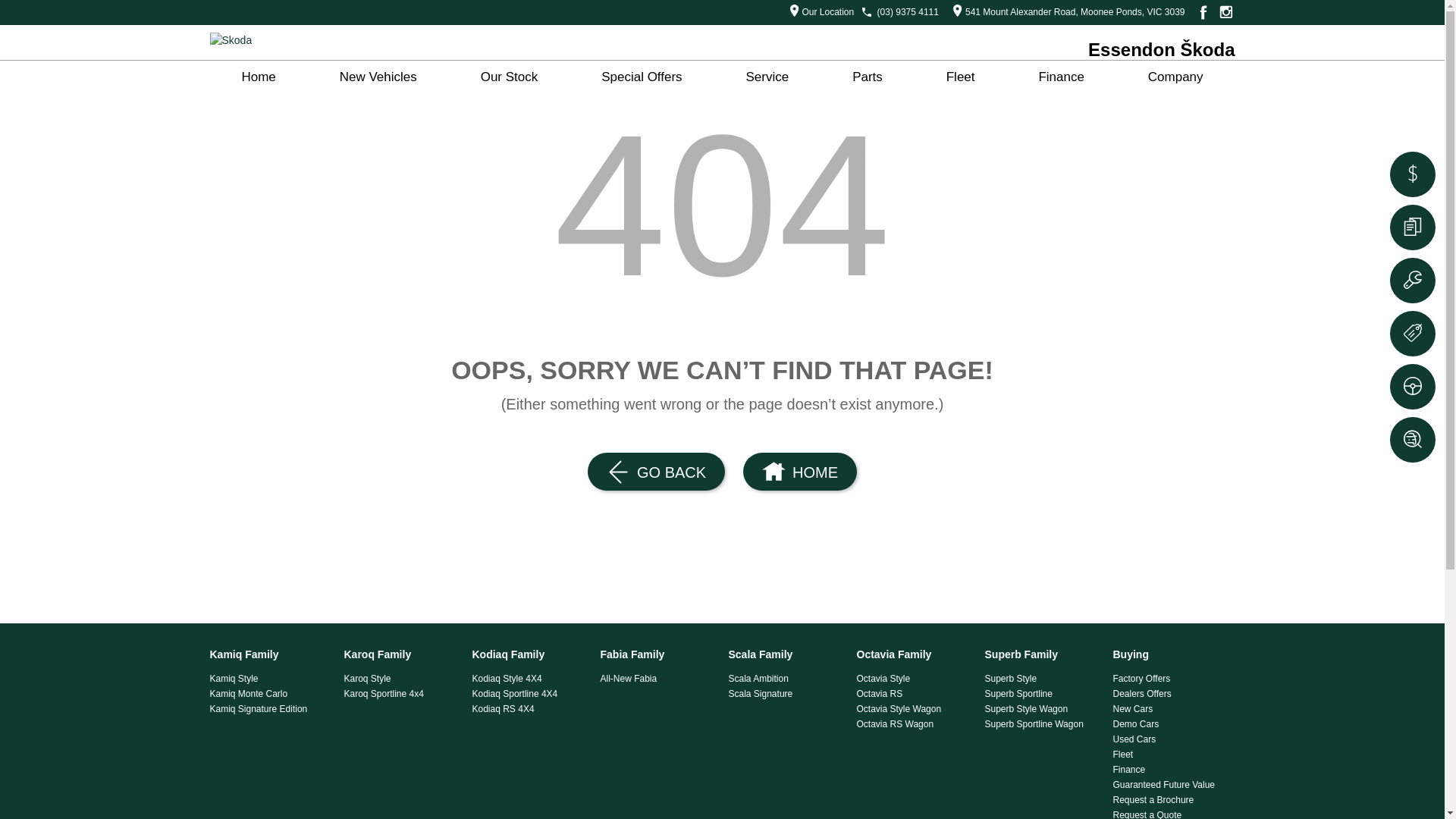 The image size is (1456, 819). What do you see at coordinates (344, 677) in the screenshot?
I see `'Karoq Style'` at bounding box center [344, 677].